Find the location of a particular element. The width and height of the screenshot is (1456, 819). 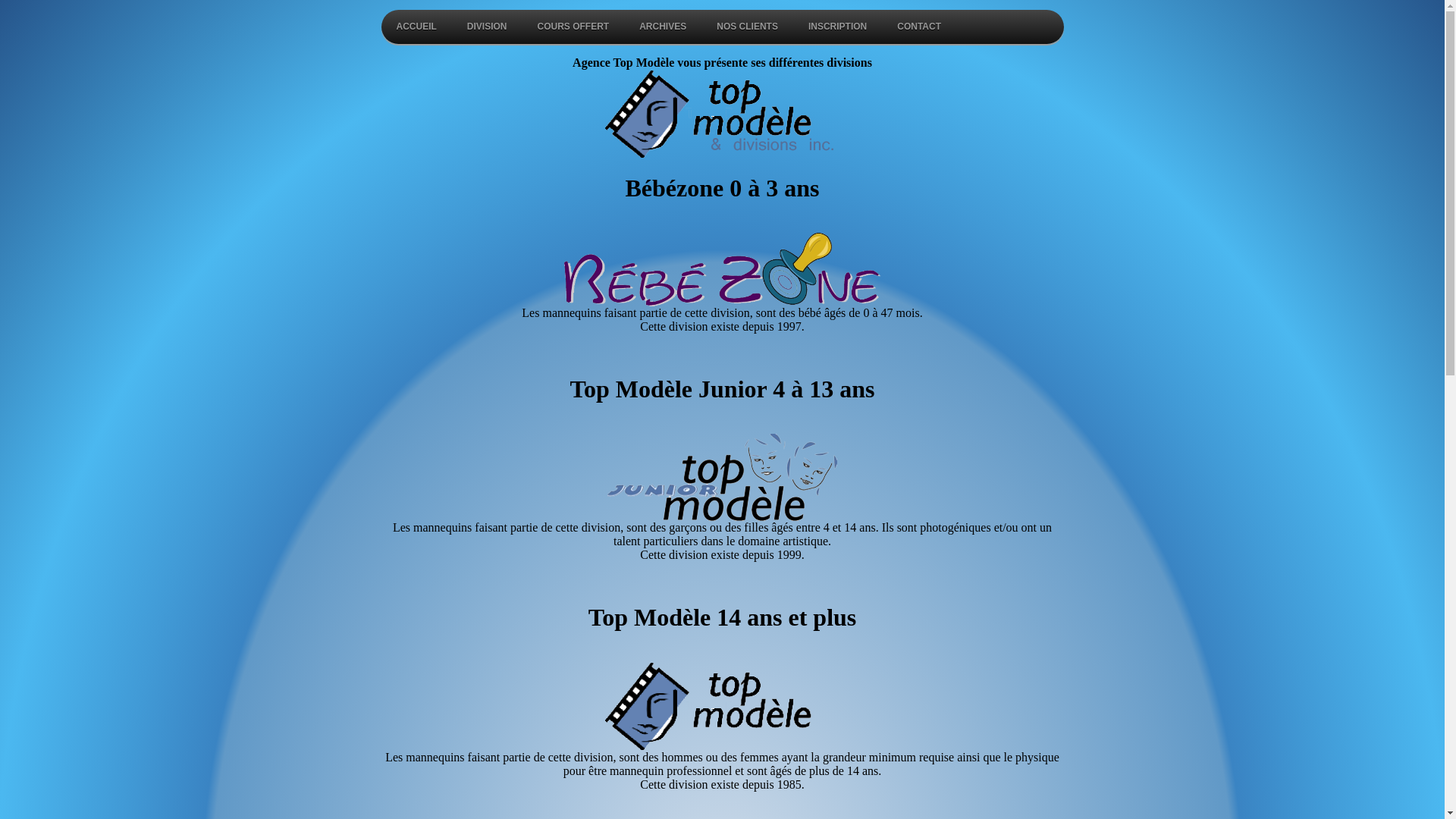

'ACCUEIL' is located at coordinates (381, 27).